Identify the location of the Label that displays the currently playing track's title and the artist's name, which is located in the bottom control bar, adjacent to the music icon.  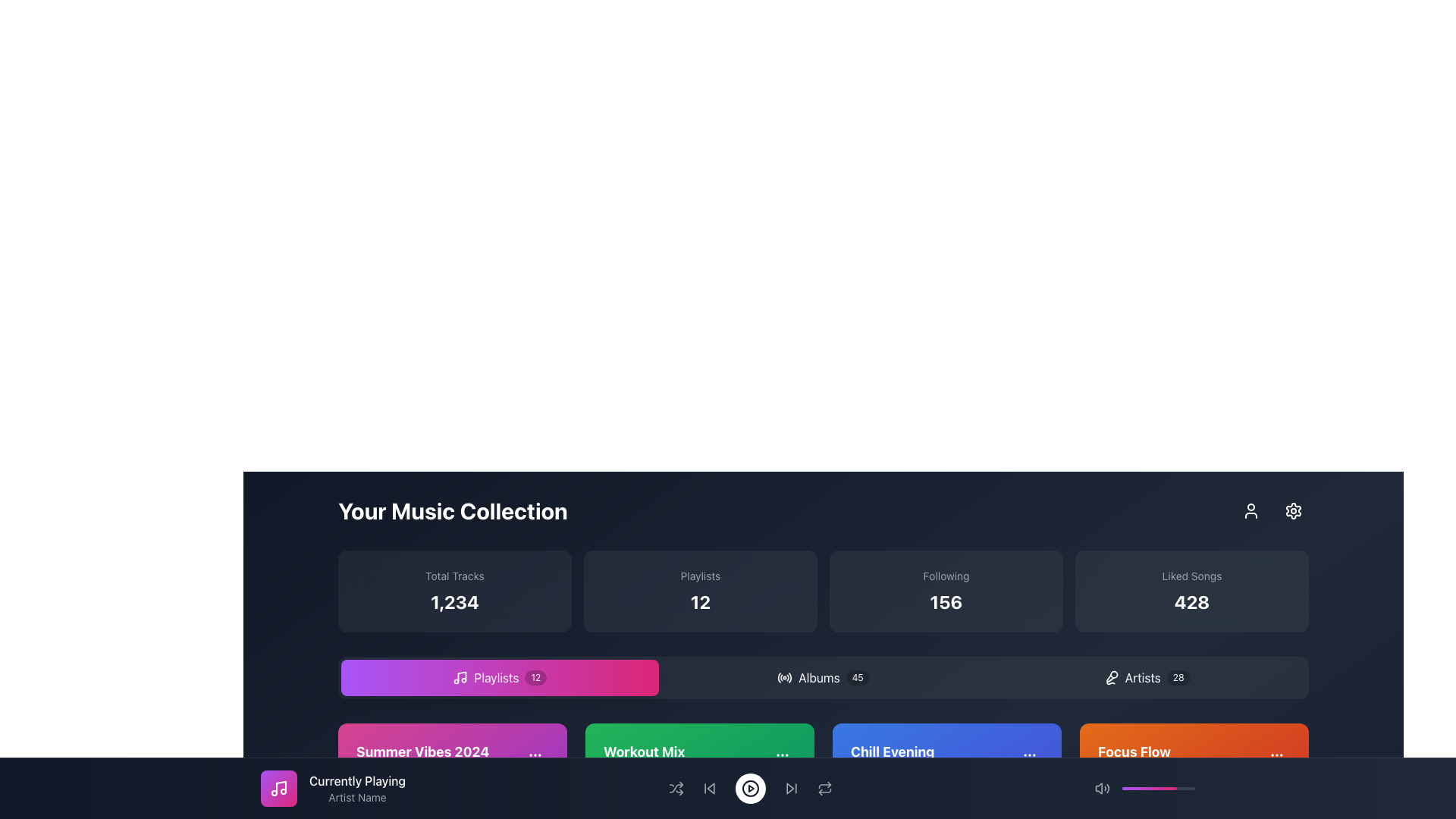
(728, 788).